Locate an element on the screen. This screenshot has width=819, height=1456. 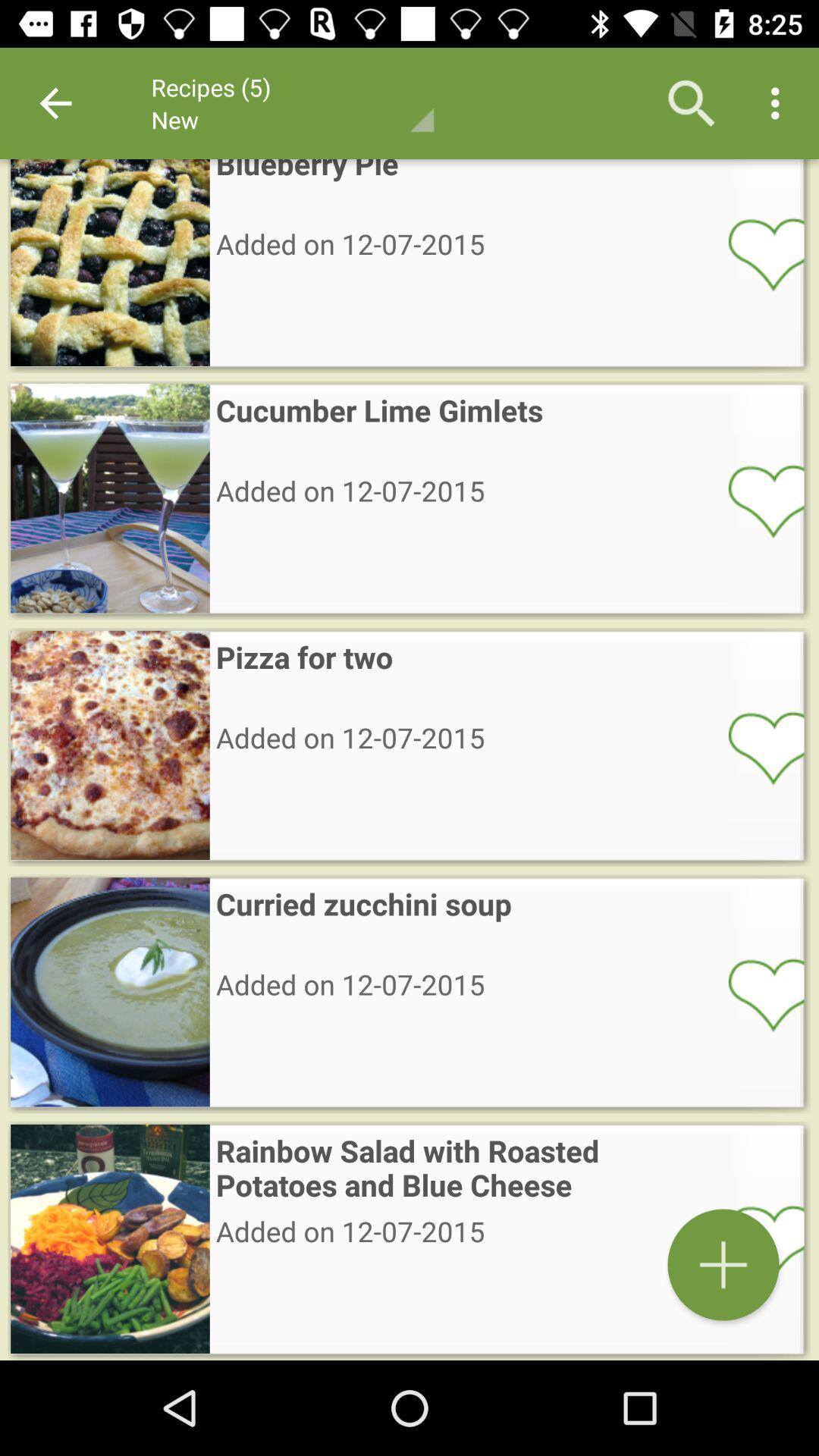
open selected item is located at coordinates (756, 253).